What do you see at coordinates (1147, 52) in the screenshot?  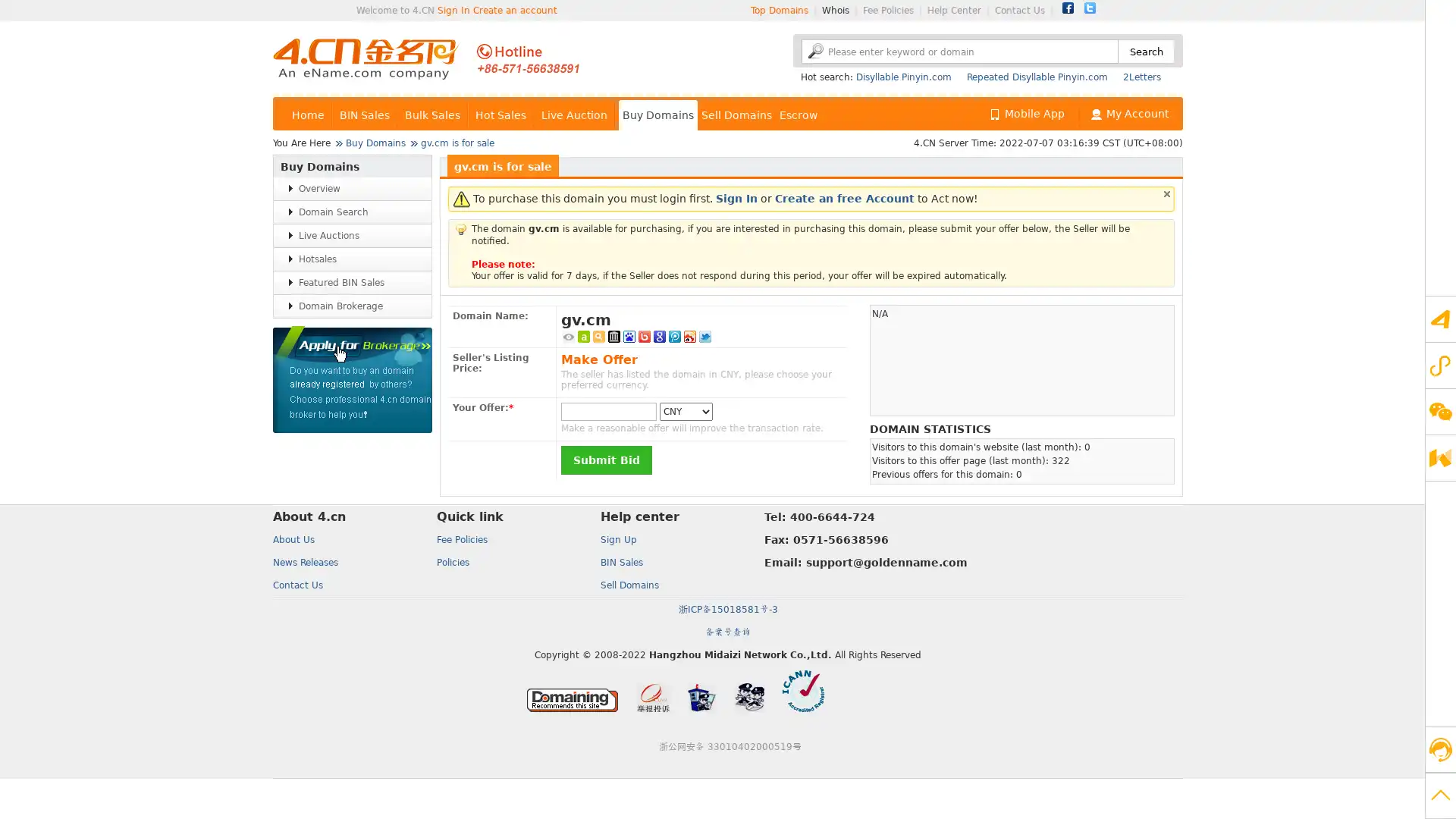 I see `Search` at bounding box center [1147, 52].